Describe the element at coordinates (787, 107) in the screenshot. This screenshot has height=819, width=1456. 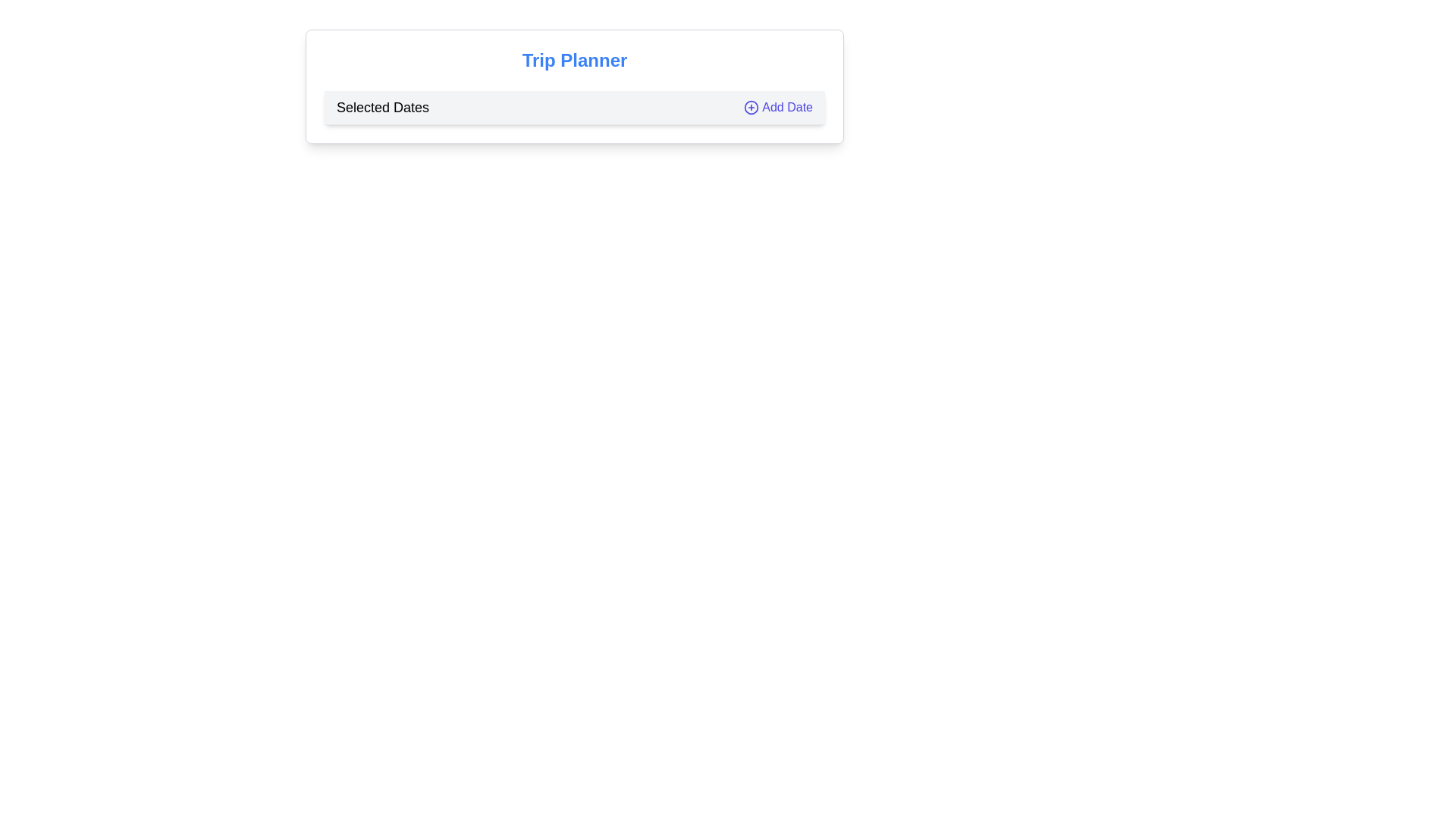
I see `'Add Date' text label, which indicates the function for adding a date in the interactive component` at that location.